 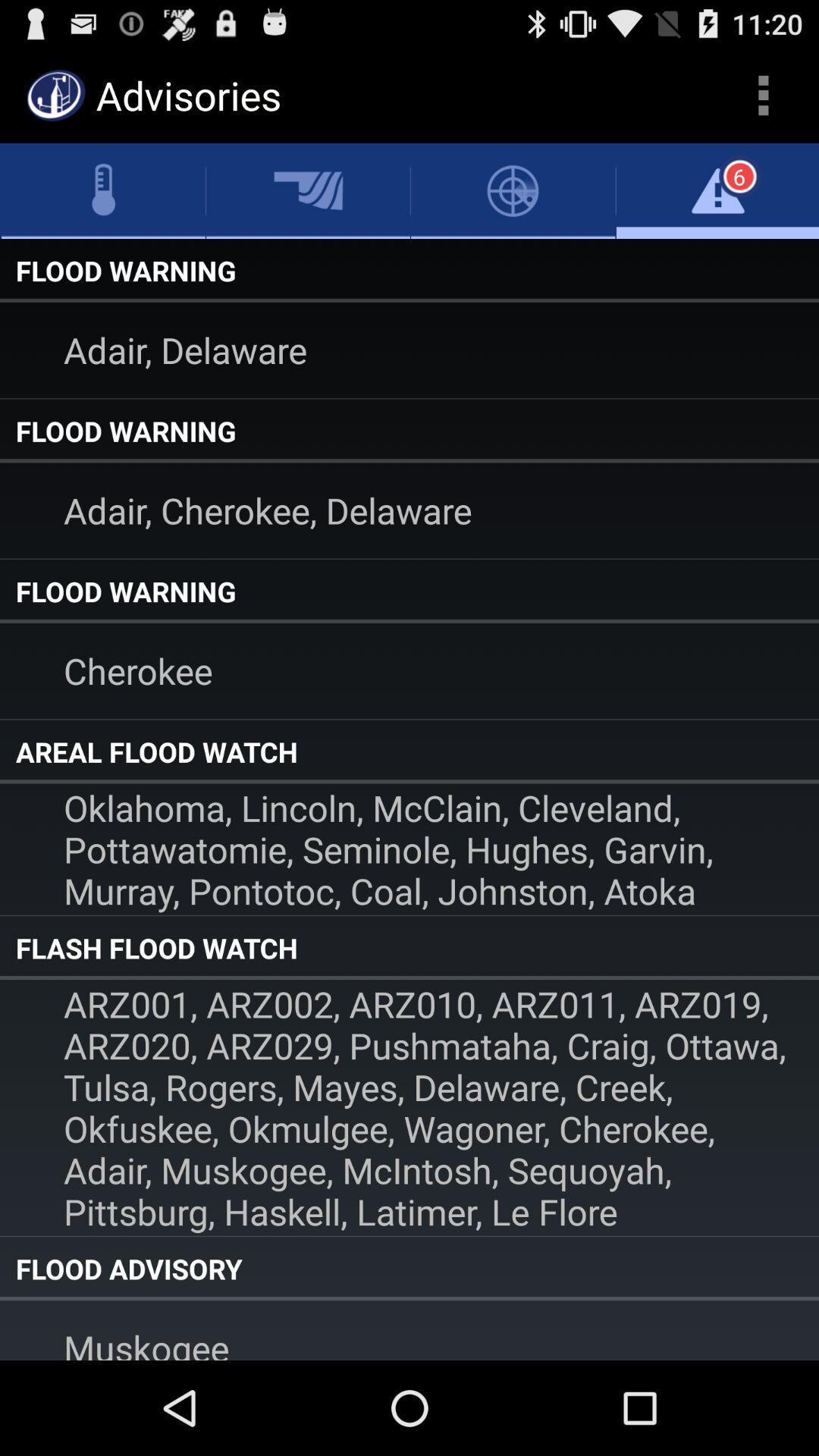 I want to click on the areal flood watch app, so click(x=409, y=752).